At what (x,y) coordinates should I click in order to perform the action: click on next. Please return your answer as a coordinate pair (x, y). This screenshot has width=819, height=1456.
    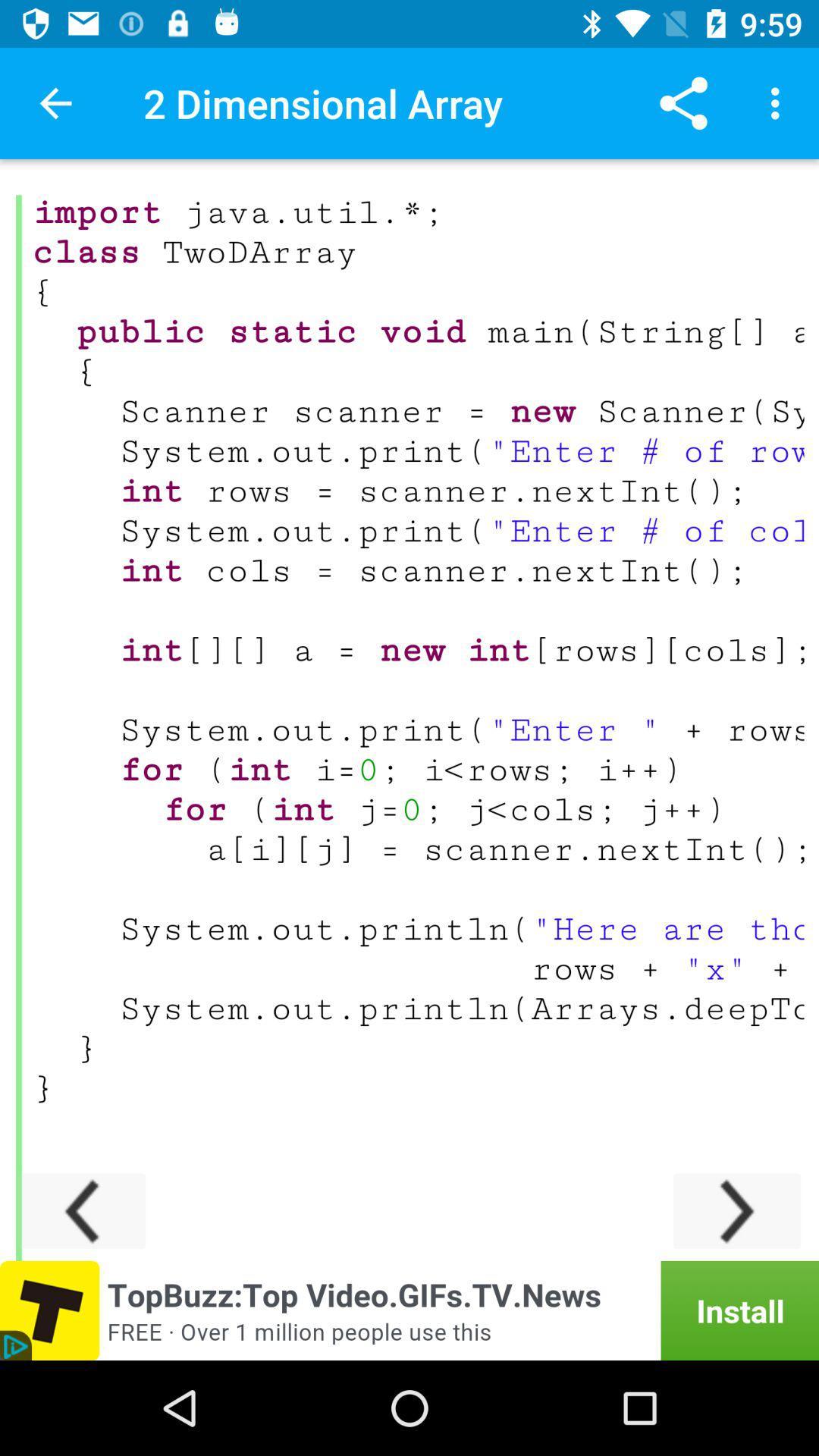
    Looking at the image, I should click on (736, 1210).